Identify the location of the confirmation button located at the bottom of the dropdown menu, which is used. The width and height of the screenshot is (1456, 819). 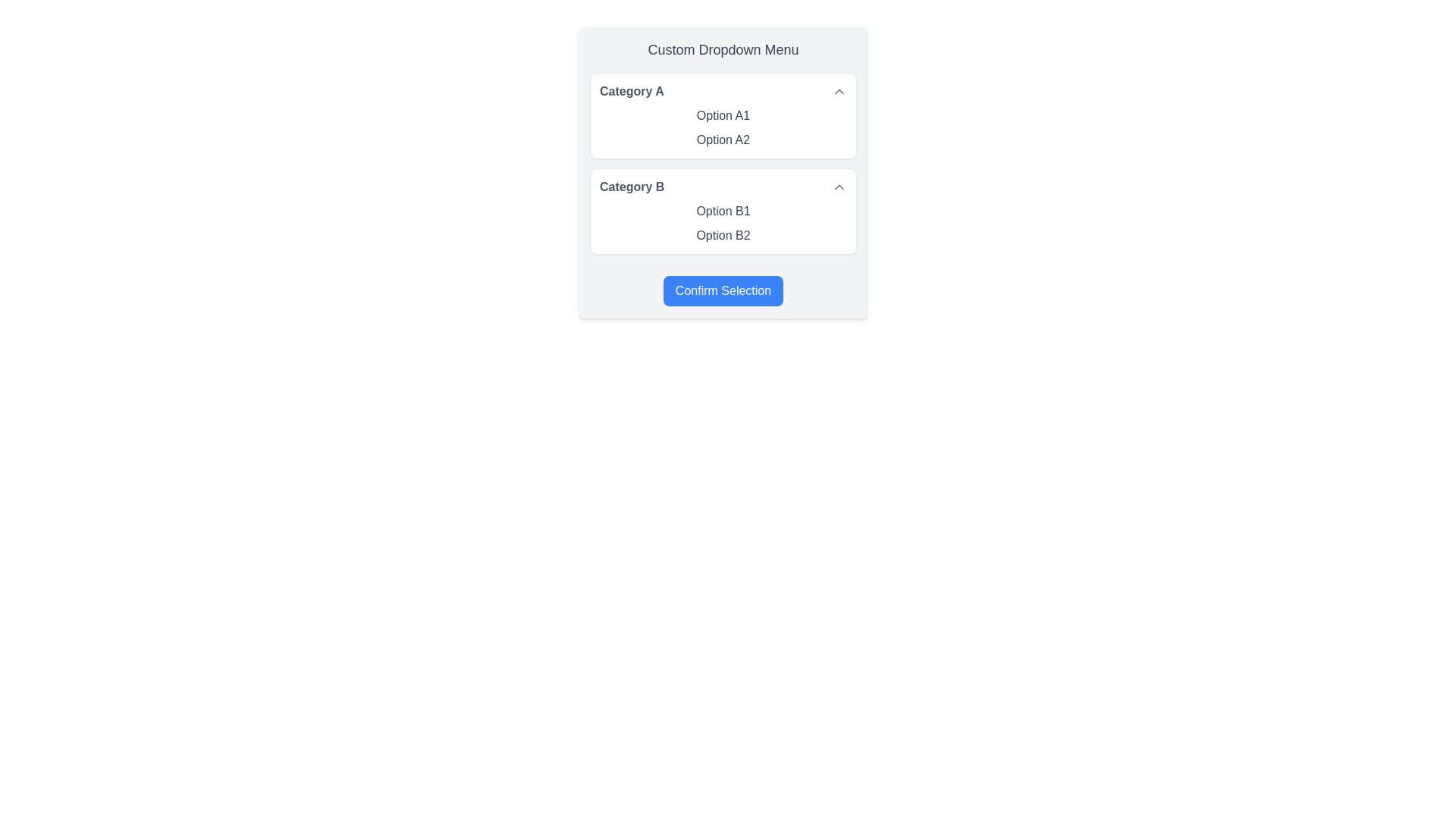
(723, 291).